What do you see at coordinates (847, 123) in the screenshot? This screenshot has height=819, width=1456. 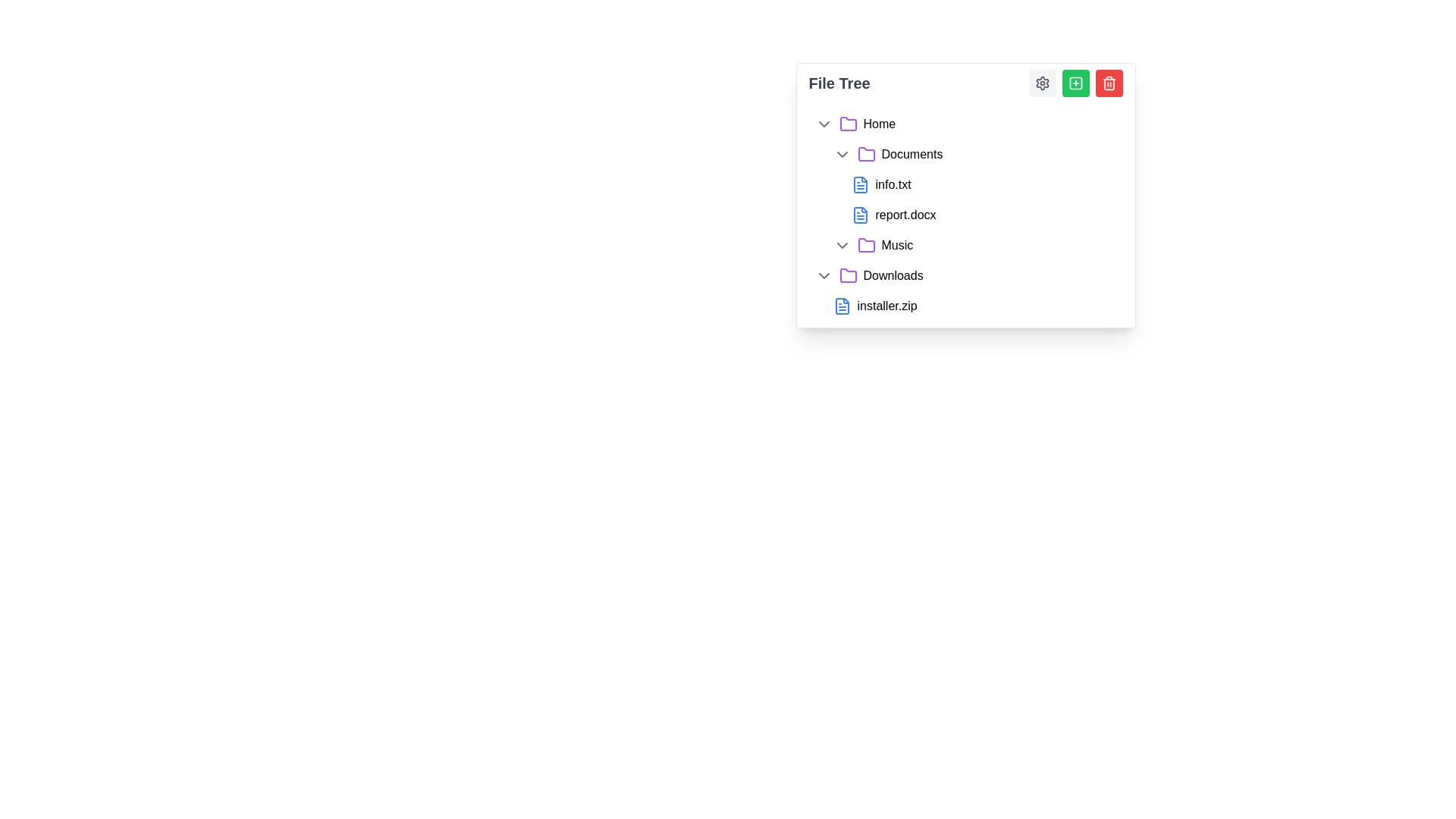 I see `the 'Home' folder icon located near the top-left corner of the file tree panel, directly to the left of the 'Home' label` at bounding box center [847, 123].